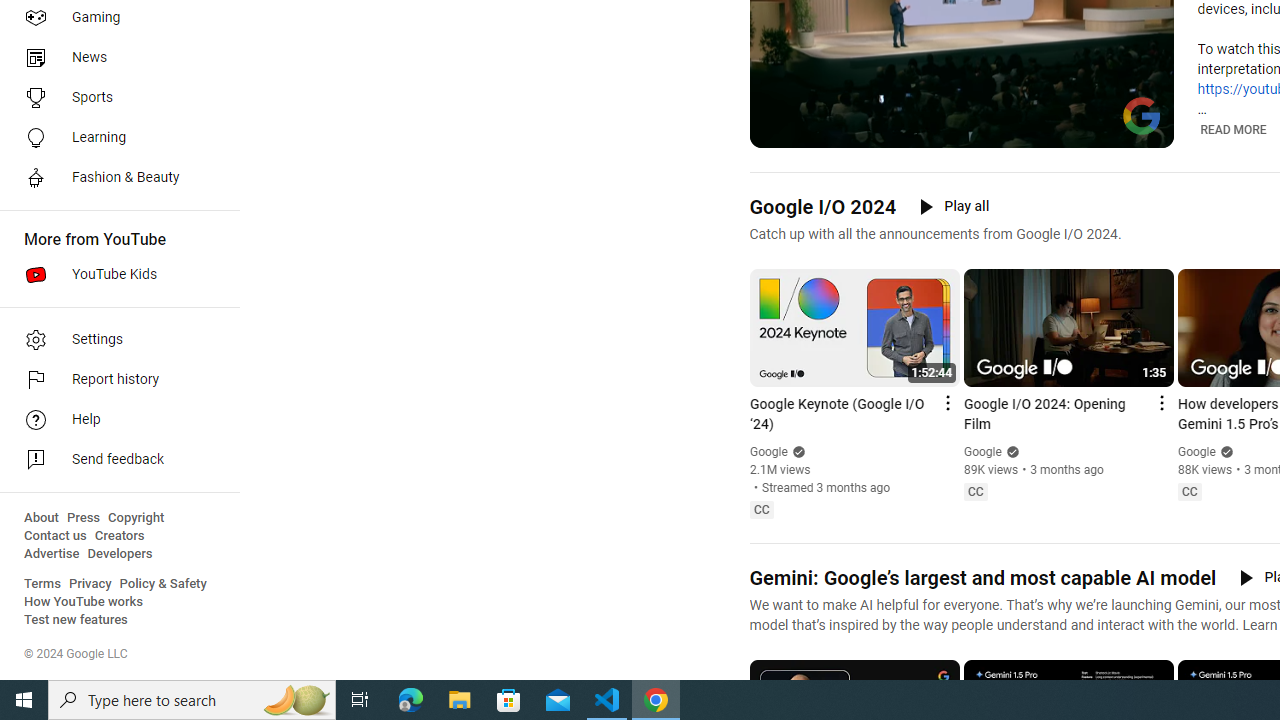  What do you see at coordinates (112, 56) in the screenshot?
I see `'News'` at bounding box center [112, 56].